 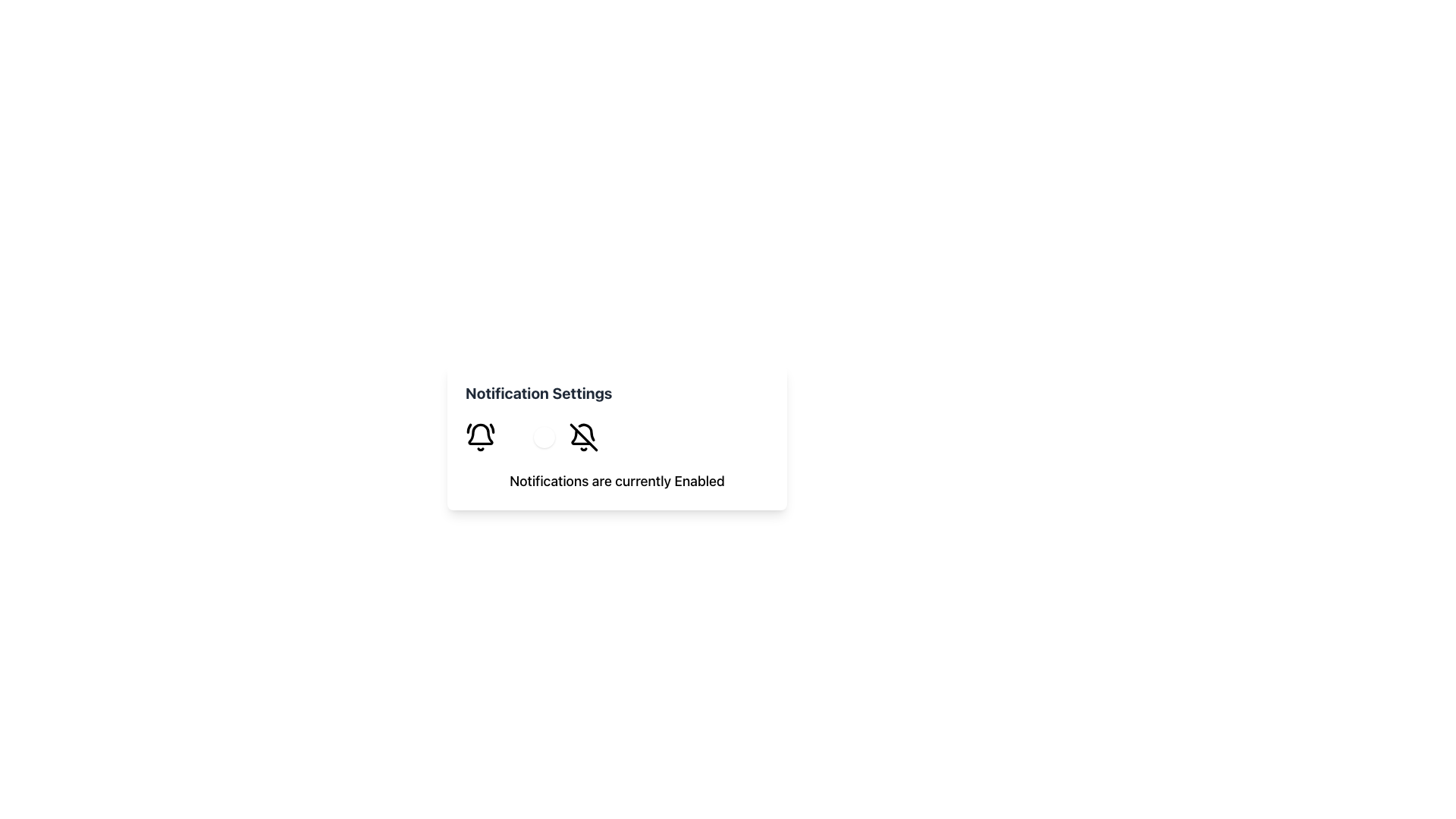 What do you see at coordinates (580, 437) in the screenshot?
I see `the appearance of the graphical icon resembling a stylized bell with a line crossing it, located in the notifications settings interface, positioned between an active bell icon and a notification status label` at bounding box center [580, 437].